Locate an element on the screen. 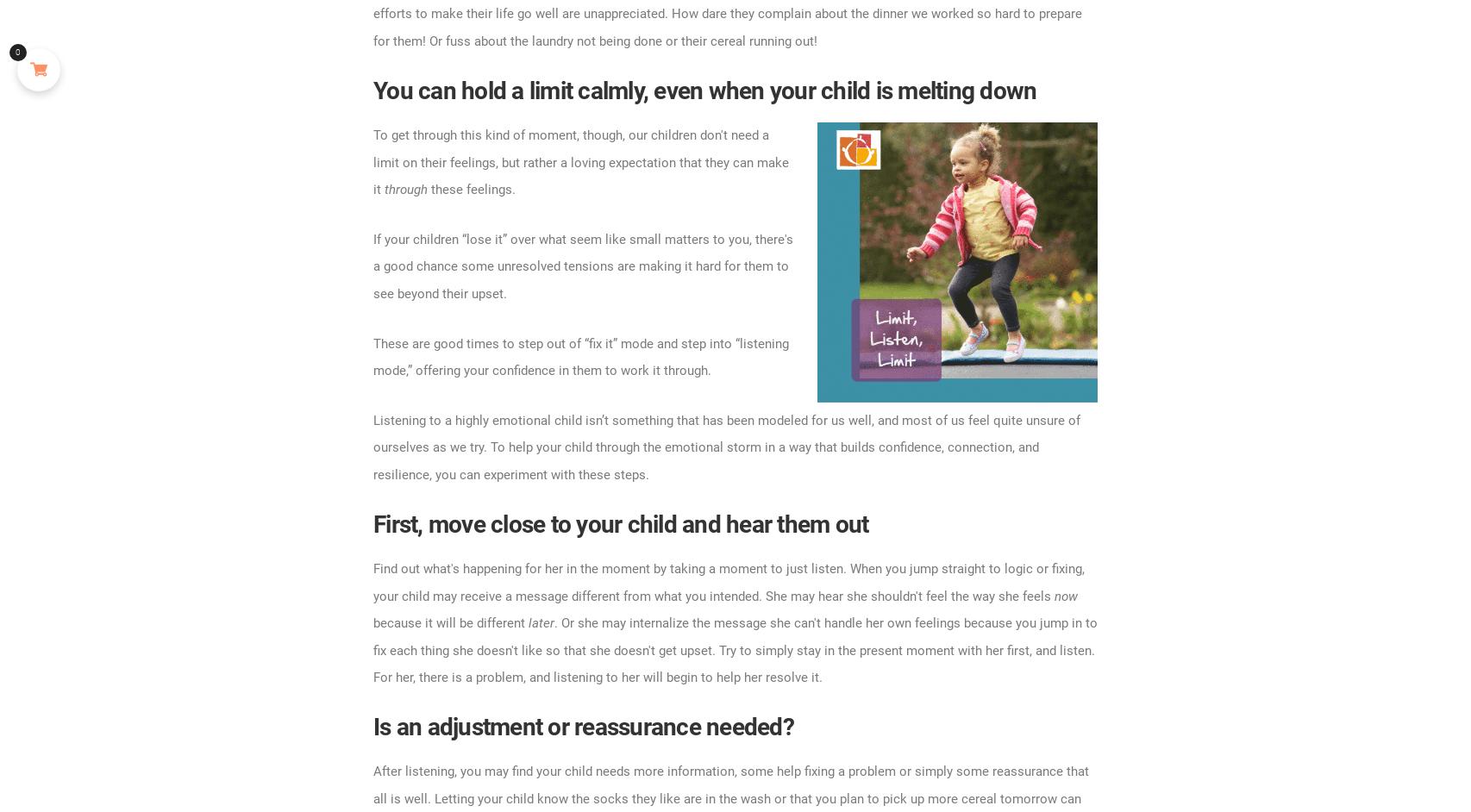 This screenshot has height=812, width=1471. '0' is located at coordinates (17, 51).